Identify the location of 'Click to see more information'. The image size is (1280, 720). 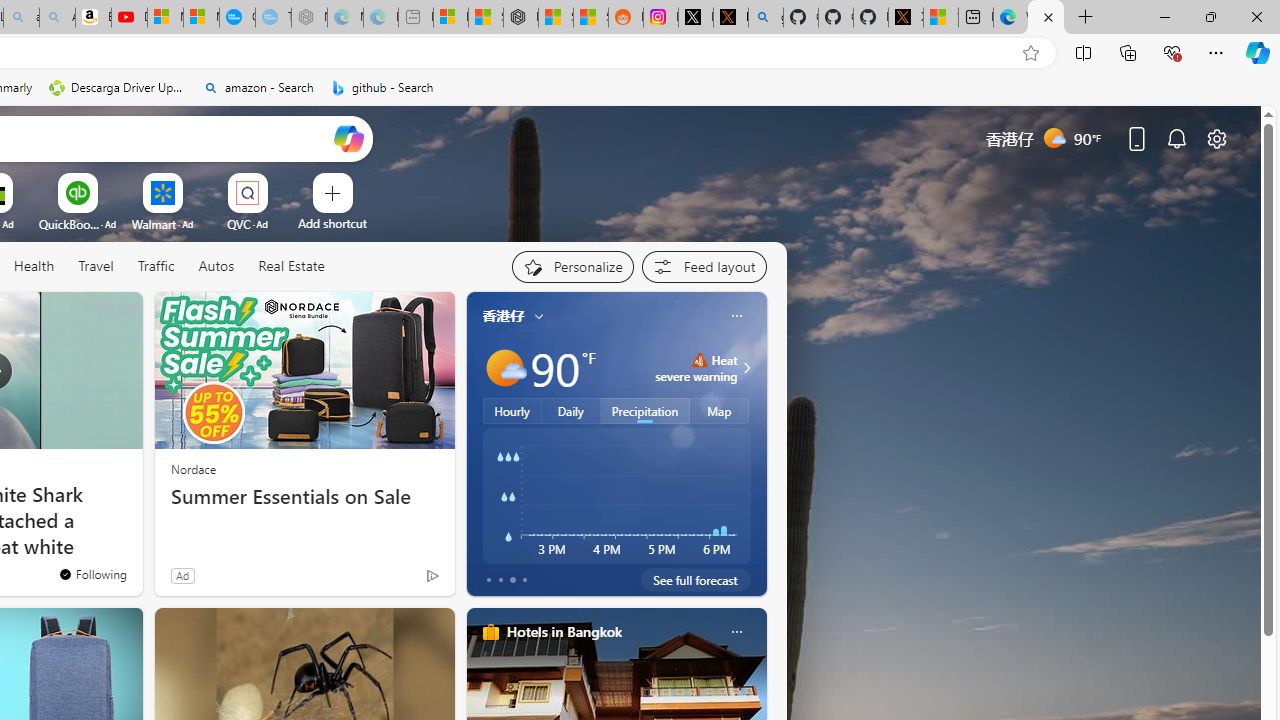
(743, 367).